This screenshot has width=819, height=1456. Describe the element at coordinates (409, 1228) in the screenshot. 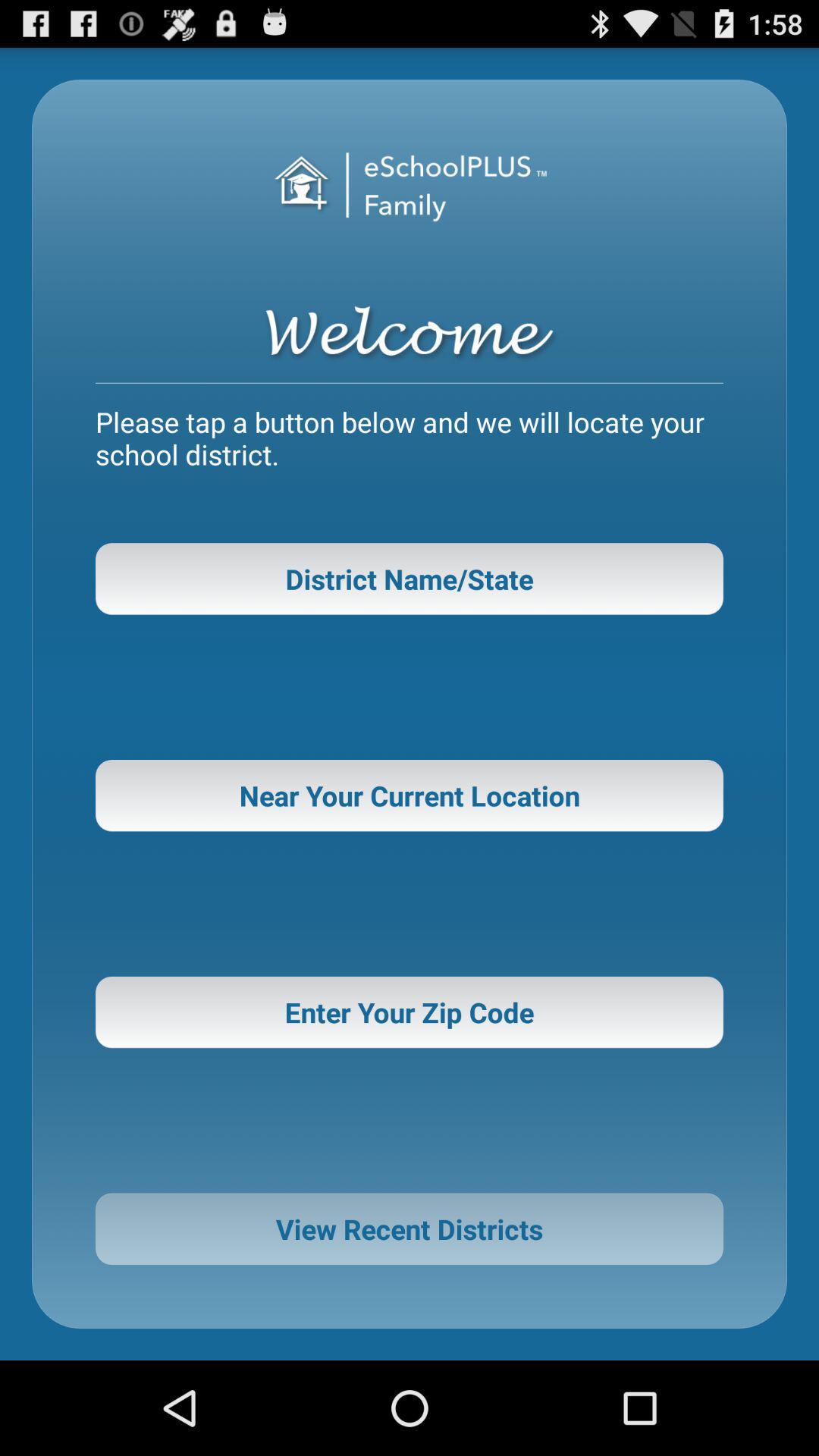

I see `the view recent districts` at that location.